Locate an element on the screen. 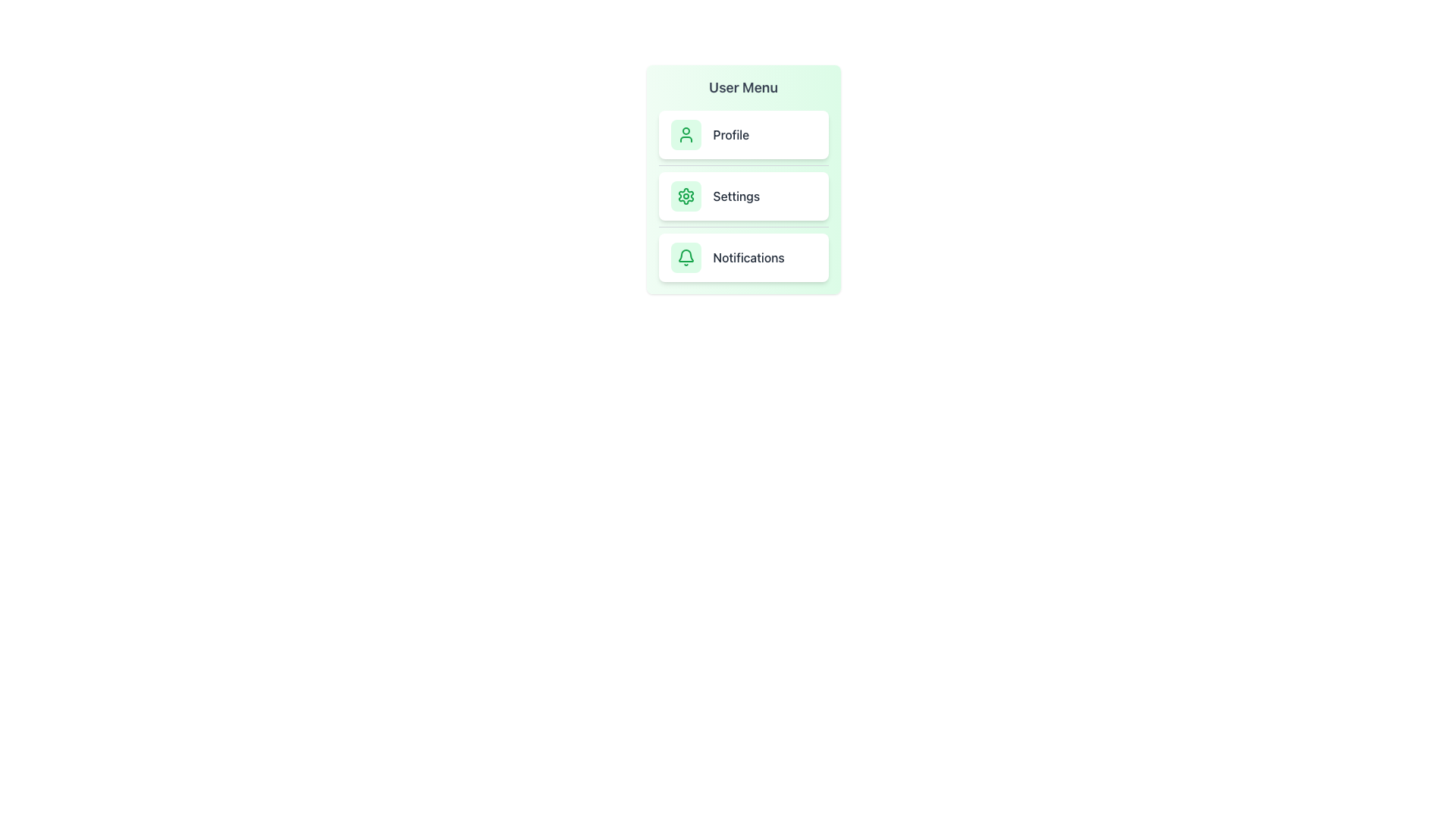  the thin horizontal light gray separator line that divides the 'Settings' and 'Notifications' menu options in the user menu is located at coordinates (743, 227).